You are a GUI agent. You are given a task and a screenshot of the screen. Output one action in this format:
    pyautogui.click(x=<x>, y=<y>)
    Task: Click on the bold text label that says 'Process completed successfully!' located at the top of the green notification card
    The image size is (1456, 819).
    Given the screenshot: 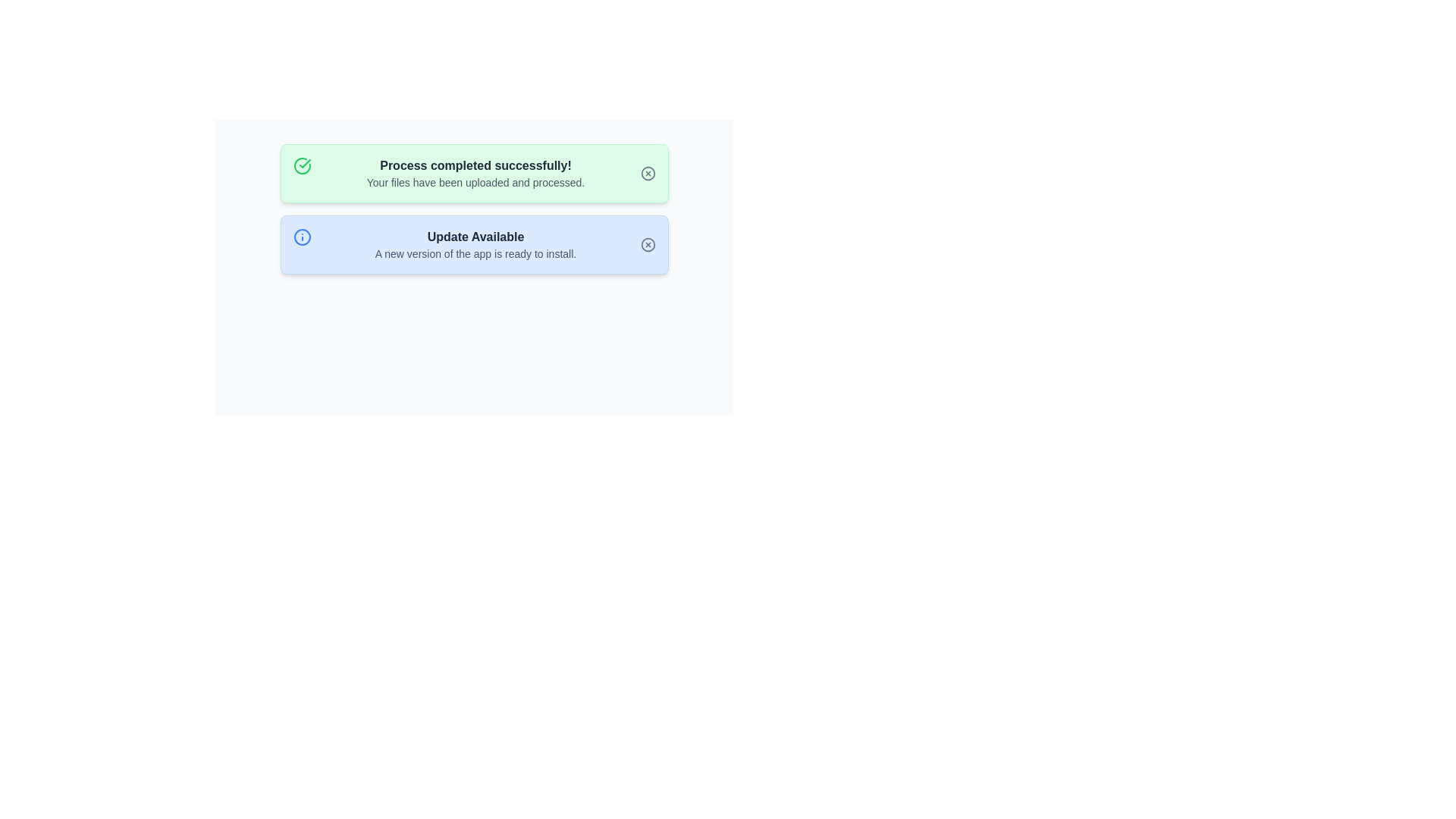 What is the action you would take?
    pyautogui.click(x=475, y=166)
    